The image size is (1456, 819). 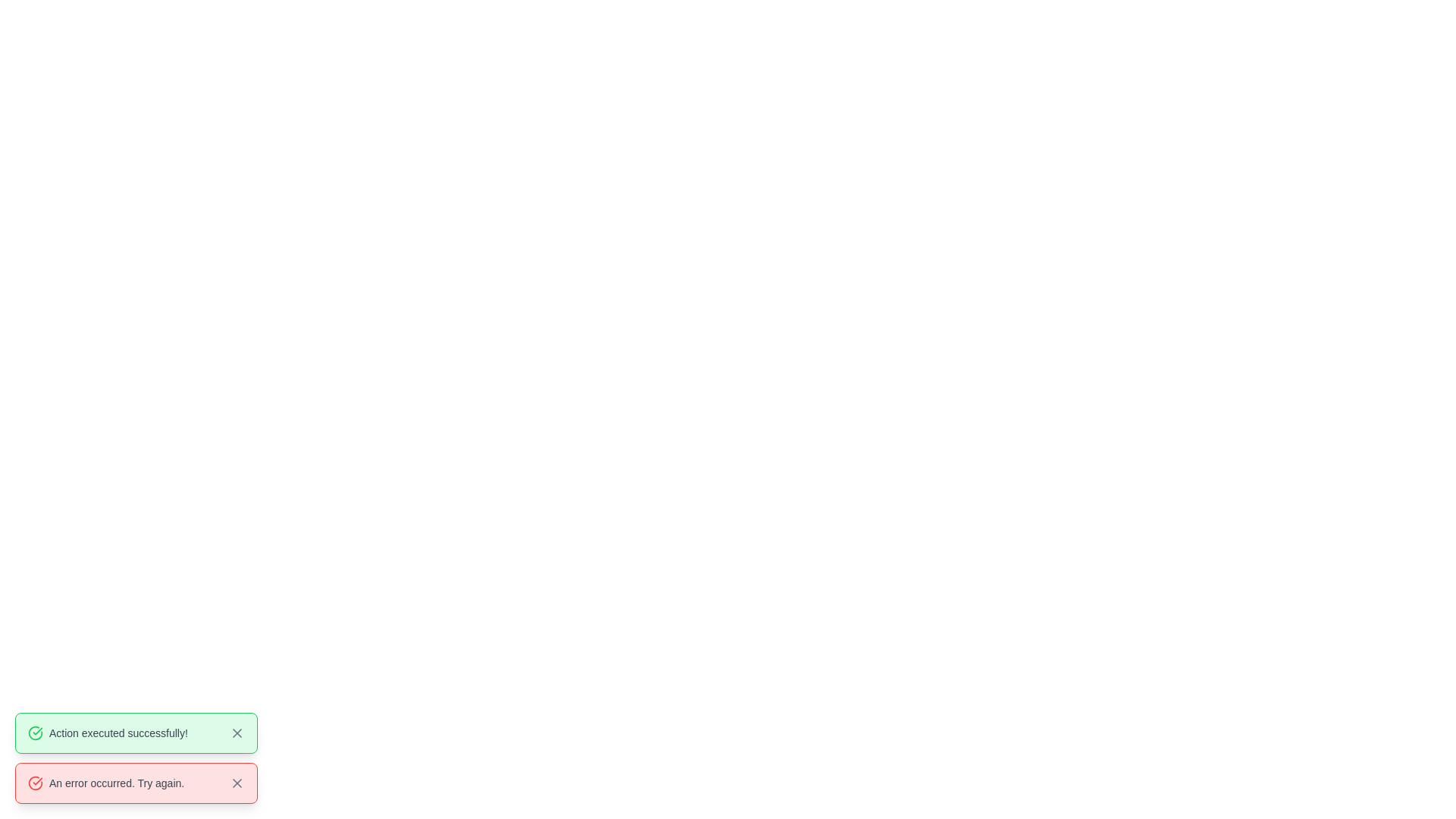 What do you see at coordinates (36, 783) in the screenshot?
I see `the visual state of the error notification icon, which is the left-most icon in a horizontal alert box with a red background, indicating a problem or failed operation` at bounding box center [36, 783].